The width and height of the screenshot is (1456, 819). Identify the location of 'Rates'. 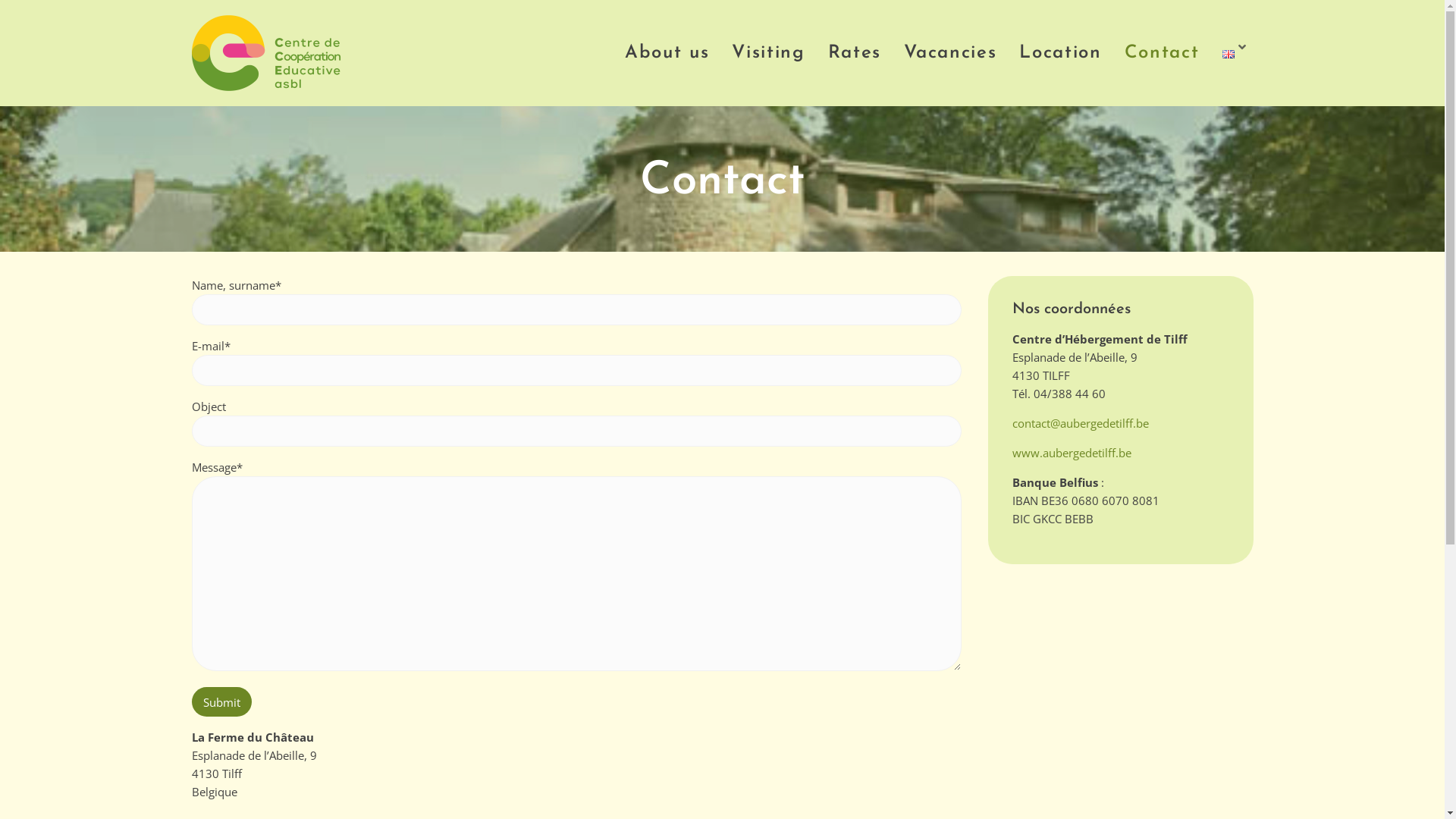
(855, 52).